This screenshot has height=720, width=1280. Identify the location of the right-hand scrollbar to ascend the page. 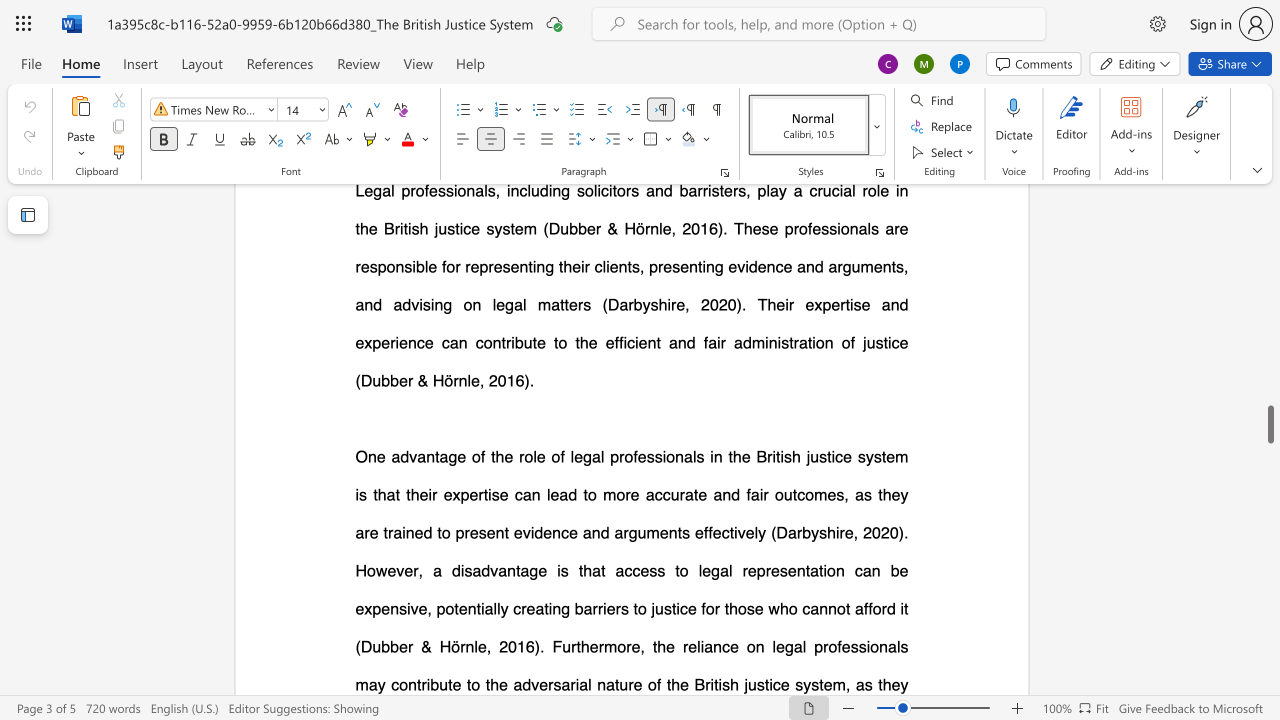
(1269, 528).